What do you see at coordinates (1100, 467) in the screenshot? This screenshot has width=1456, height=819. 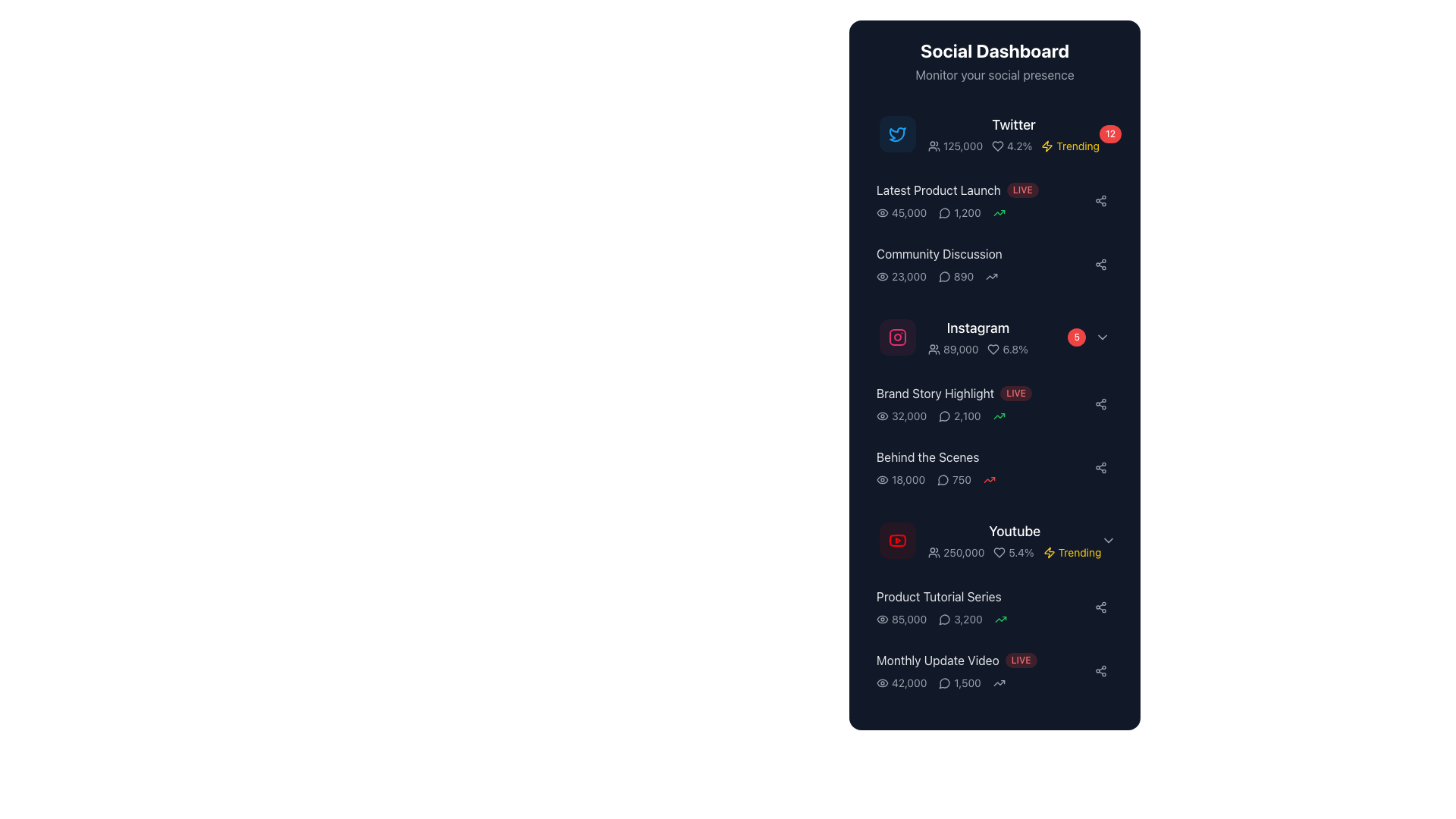 I see `the share icon button located in the rightmost section of the 'Behind the Scenes' entry in the dashboard to share the content` at bounding box center [1100, 467].